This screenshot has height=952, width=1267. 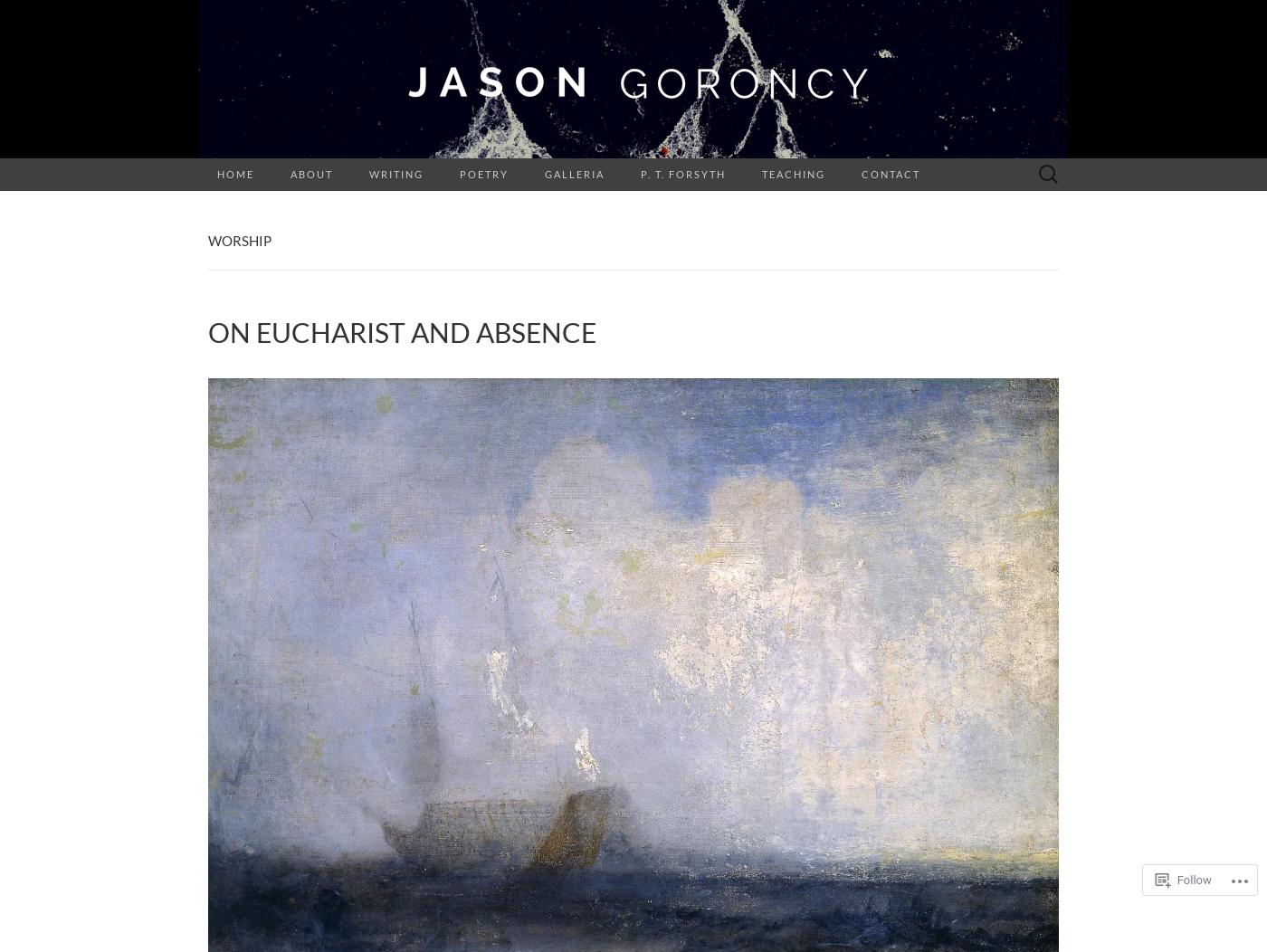 I want to click on 'Follow', so click(x=1193, y=880).